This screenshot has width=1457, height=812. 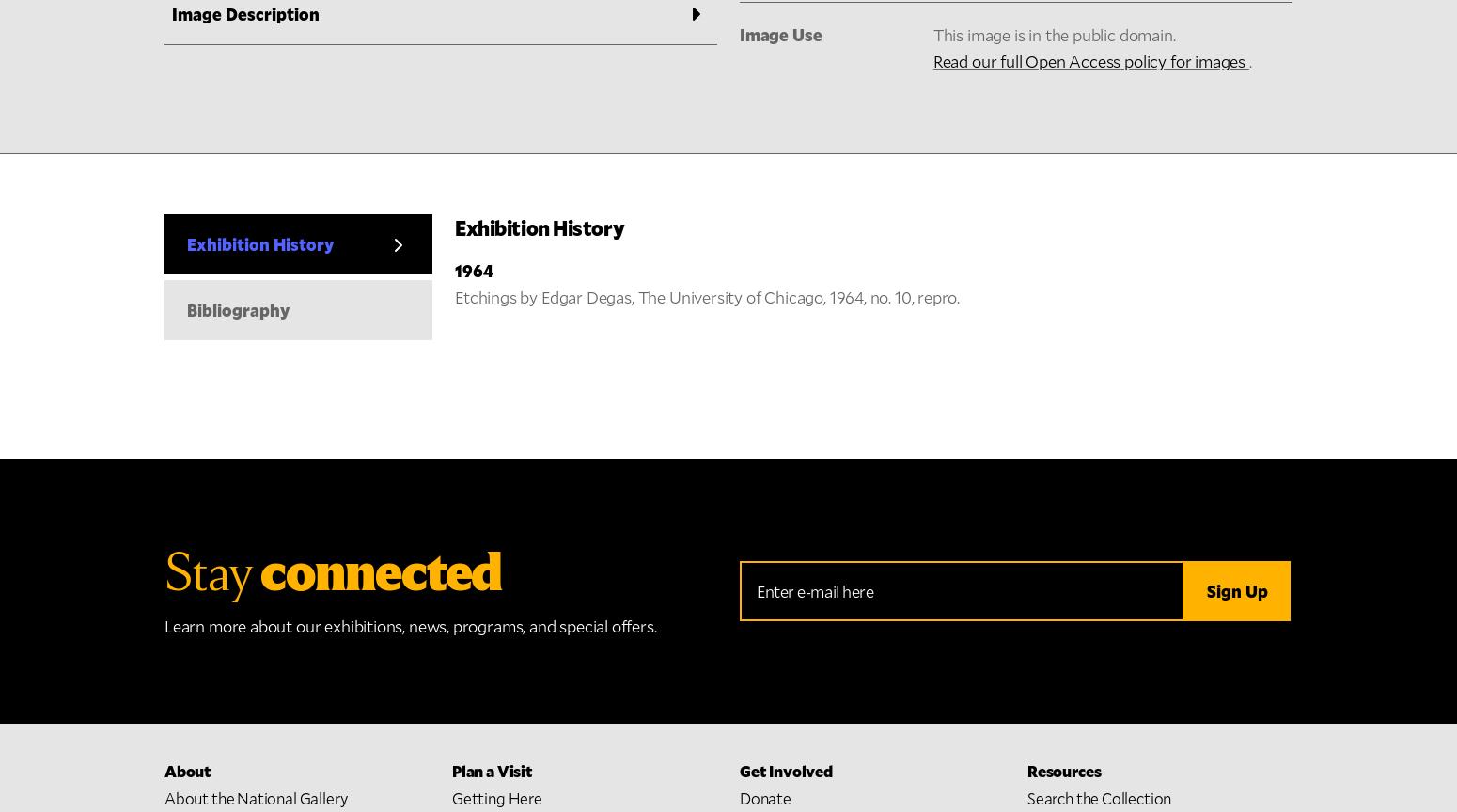 What do you see at coordinates (1099, 257) in the screenshot?
I see `'Search the Collection'` at bounding box center [1099, 257].